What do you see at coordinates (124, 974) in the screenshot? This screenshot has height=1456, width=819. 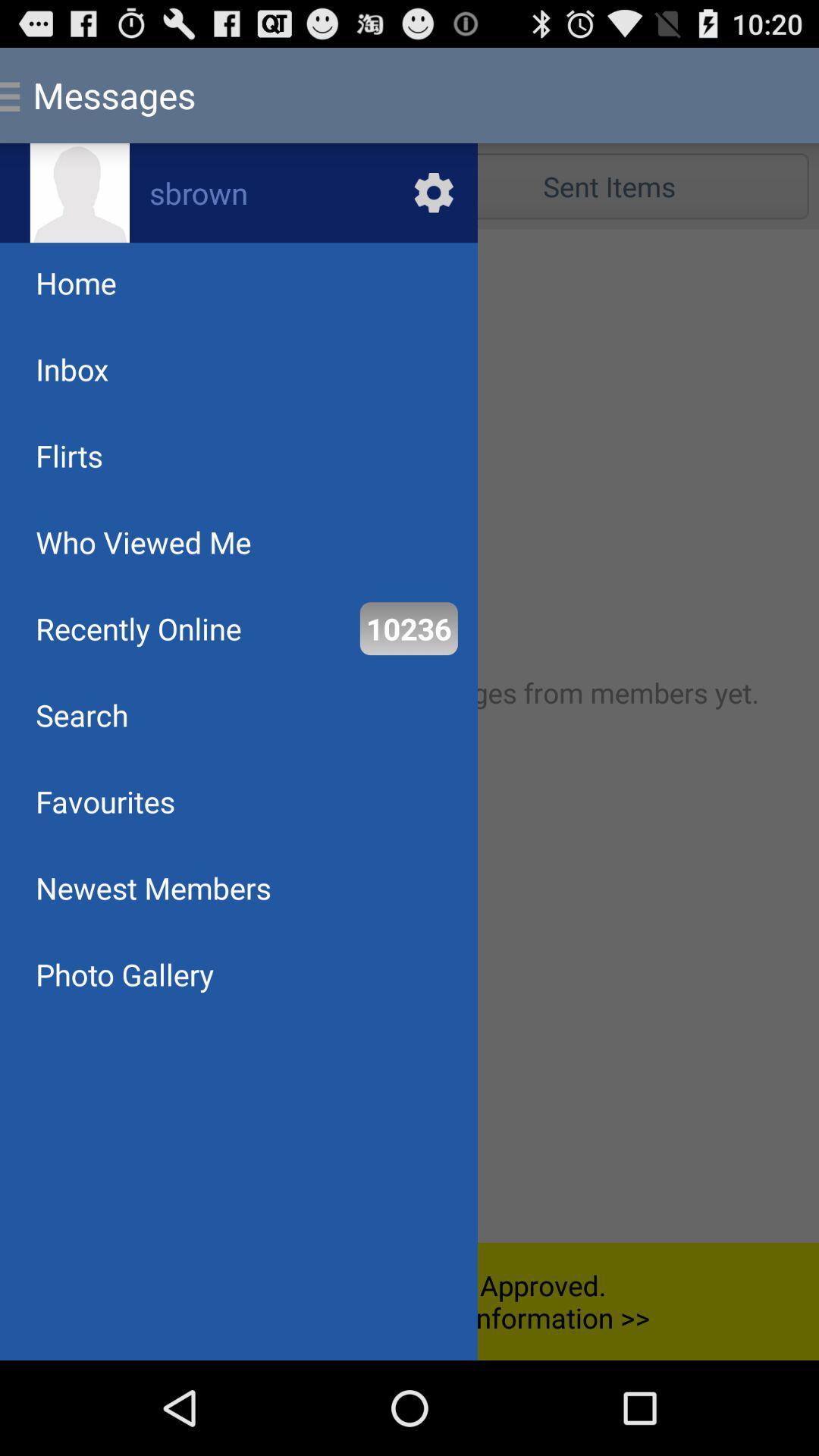 I see `photo gallery icon` at bounding box center [124, 974].